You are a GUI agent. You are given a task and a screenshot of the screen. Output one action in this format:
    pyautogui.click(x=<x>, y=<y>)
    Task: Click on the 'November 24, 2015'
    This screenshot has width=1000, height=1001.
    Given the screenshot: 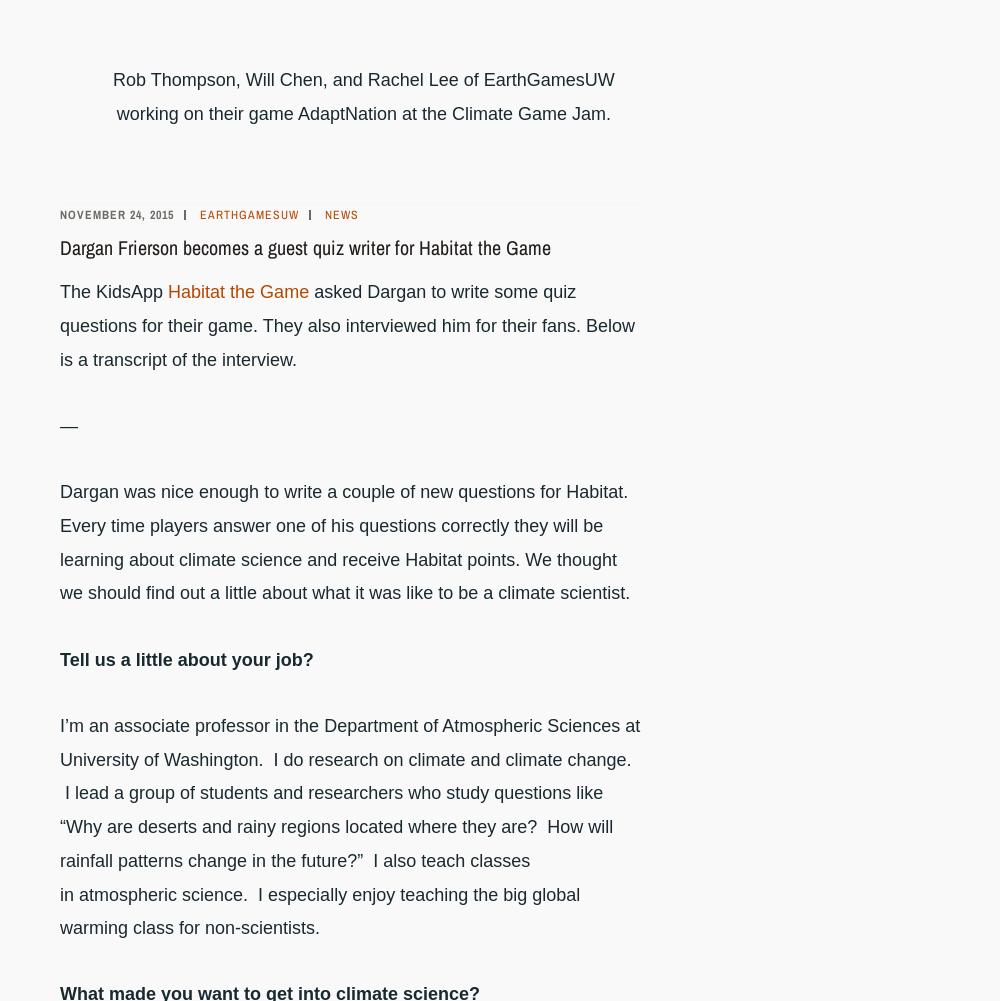 What is the action you would take?
    pyautogui.click(x=116, y=214)
    